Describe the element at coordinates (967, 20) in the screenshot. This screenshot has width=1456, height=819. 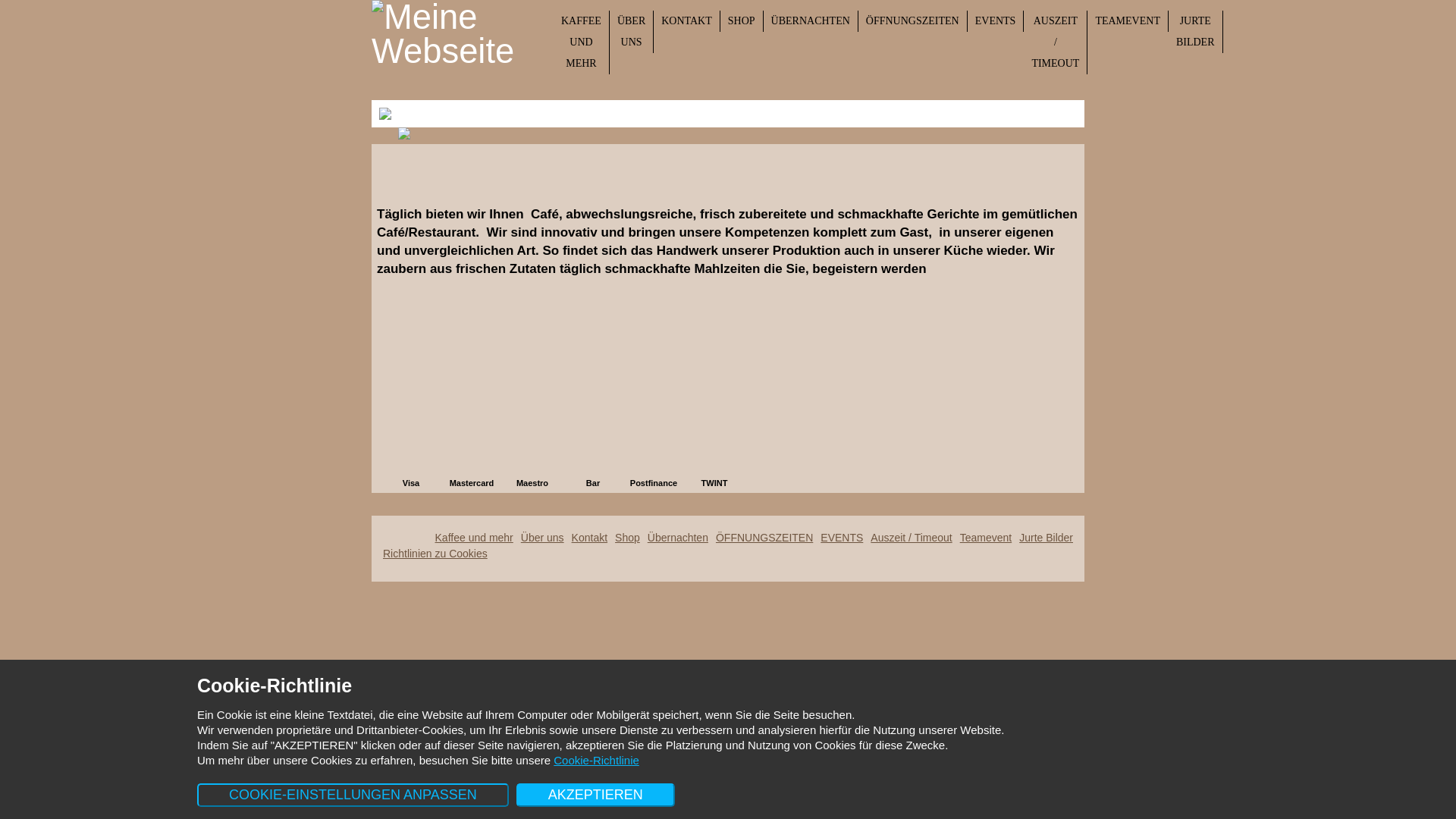
I see `'EVENTS'` at that location.